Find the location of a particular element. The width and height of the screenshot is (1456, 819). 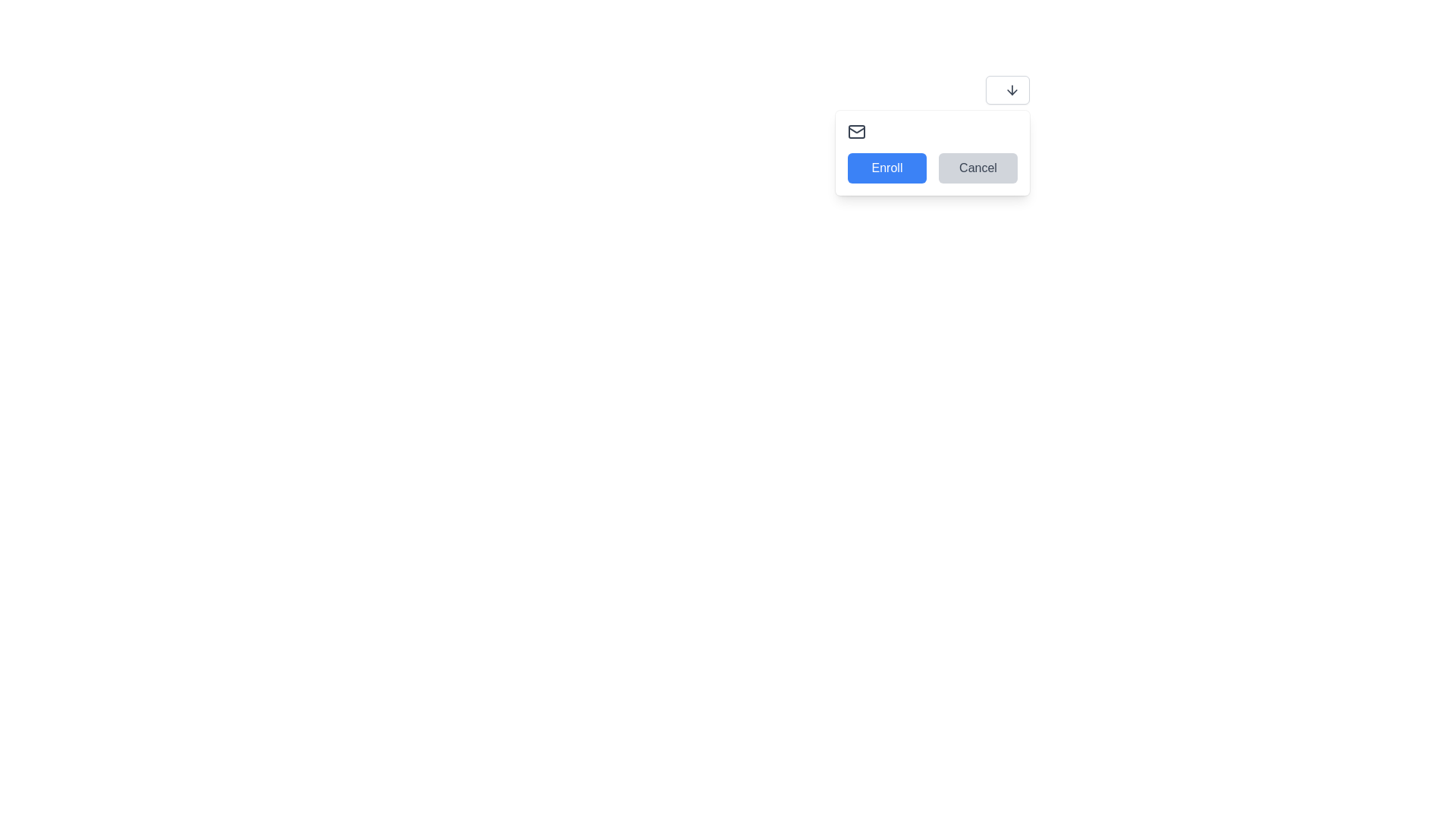

the SVG icon representing email communication located at the top-left corner of the popup, before the buttons labeled 'Enroll' and 'Cancel' is located at coordinates (856, 130).